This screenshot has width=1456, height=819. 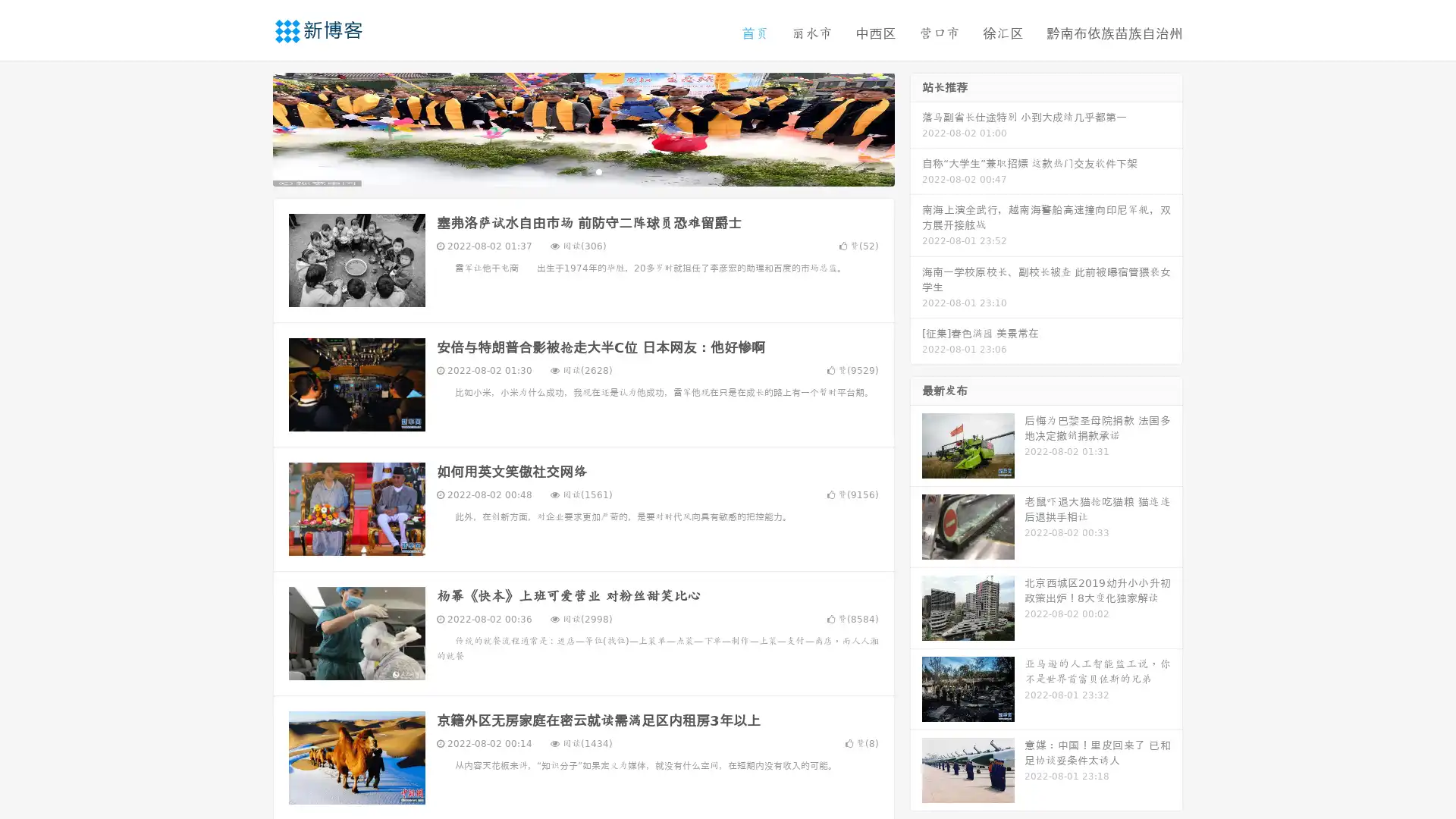 What do you see at coordinates (567, 171) in the screenshot?
I see `Go to slide 1` at bounding box center [567, 171].